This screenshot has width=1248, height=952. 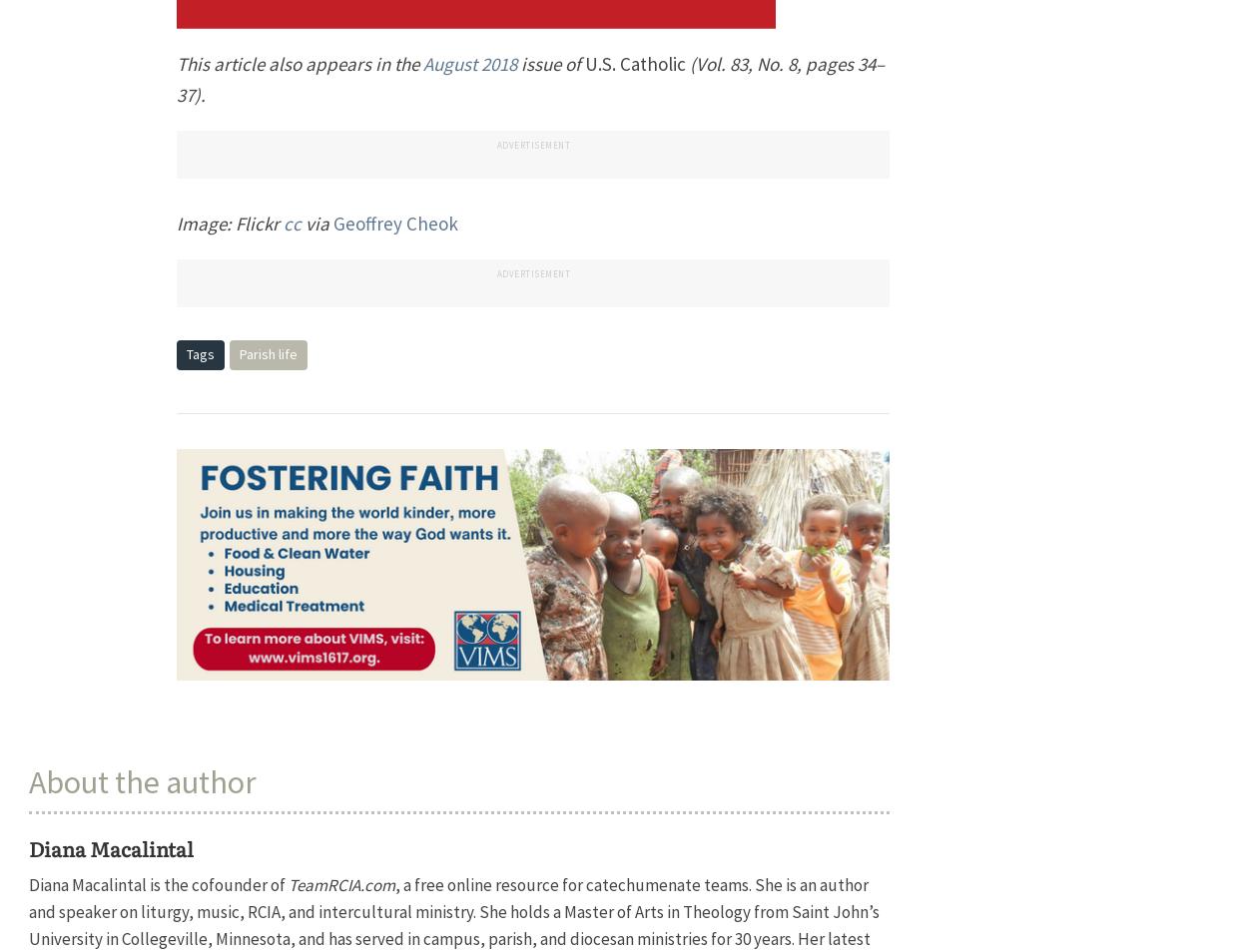 What do you see at coordinates (177, 222) in the screenshot?
I see `'Image: Flickr'` at bounding box center [177, 222].